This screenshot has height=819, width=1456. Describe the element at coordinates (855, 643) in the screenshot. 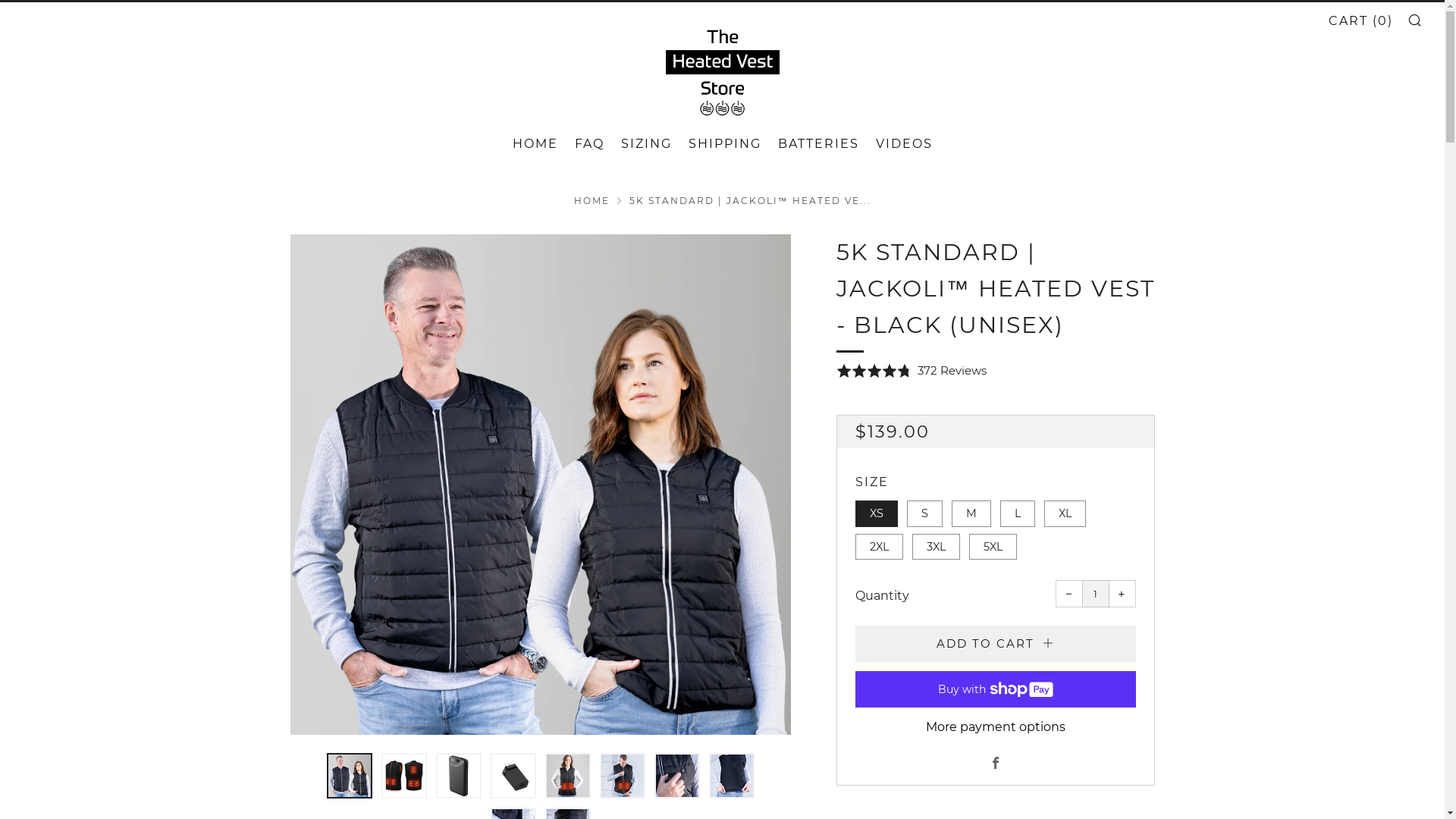

I see `'ADD TO CART'` at that location.